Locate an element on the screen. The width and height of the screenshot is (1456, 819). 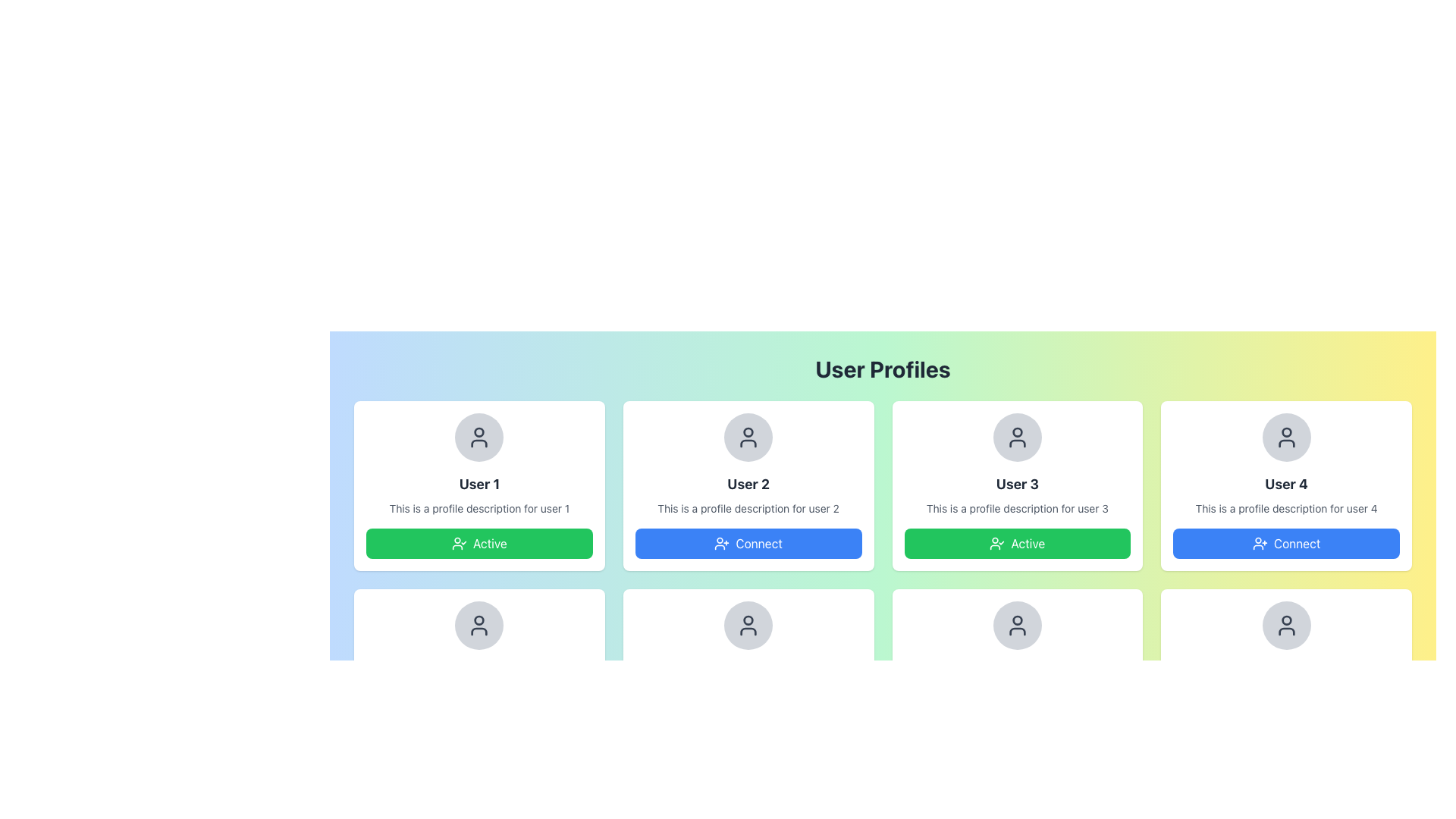
the avatar icon representing 'User 1' located at the top-center of the profile card, above the profile name and description is located at coordinates (479, 438).